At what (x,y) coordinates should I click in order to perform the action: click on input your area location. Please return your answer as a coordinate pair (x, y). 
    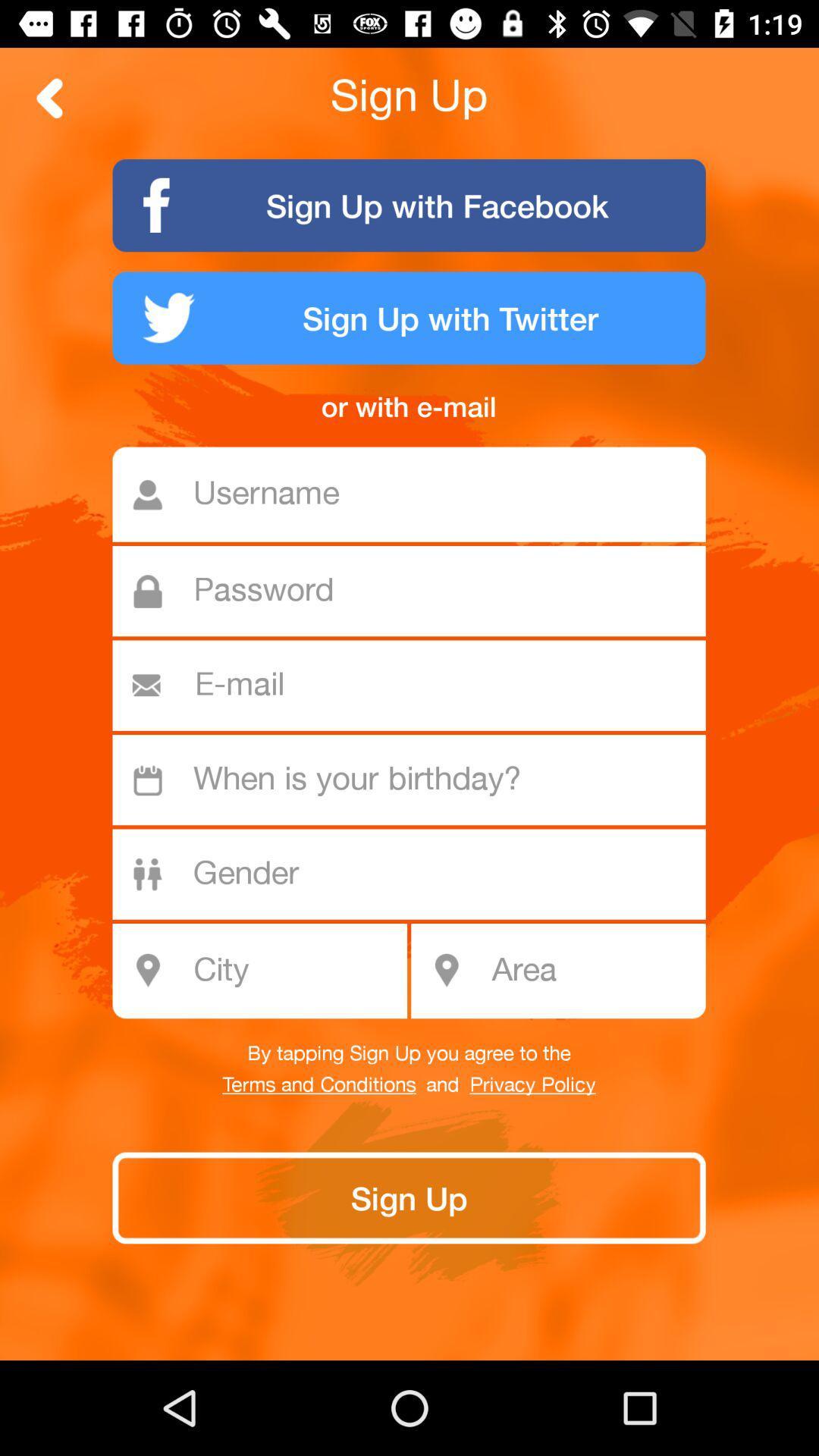
    Looking at the image, I should click on (593, 971).